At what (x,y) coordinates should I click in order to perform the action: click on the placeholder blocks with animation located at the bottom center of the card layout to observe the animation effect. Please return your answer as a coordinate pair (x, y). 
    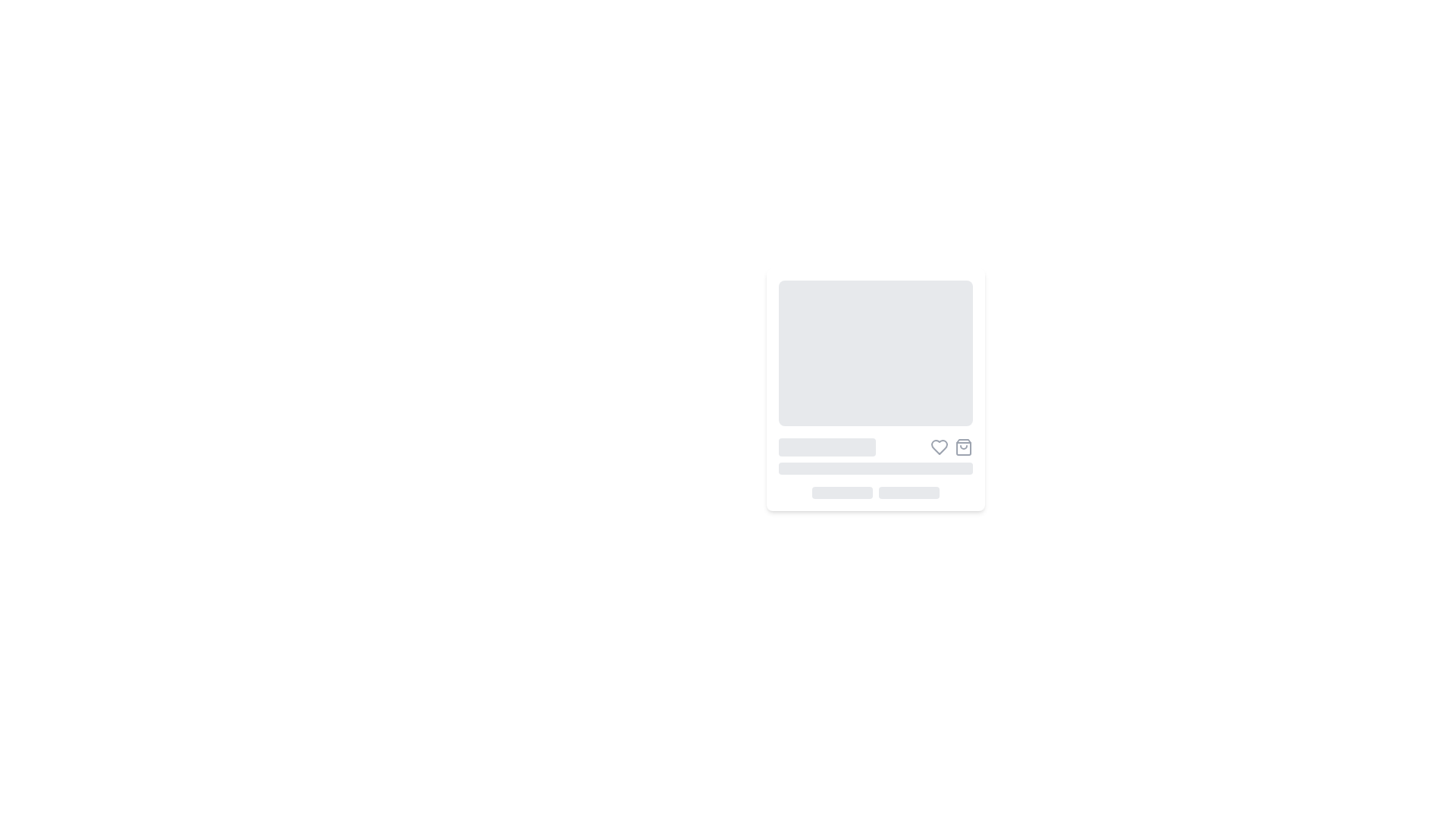
    Looking at the image, I should click on (876, 493).